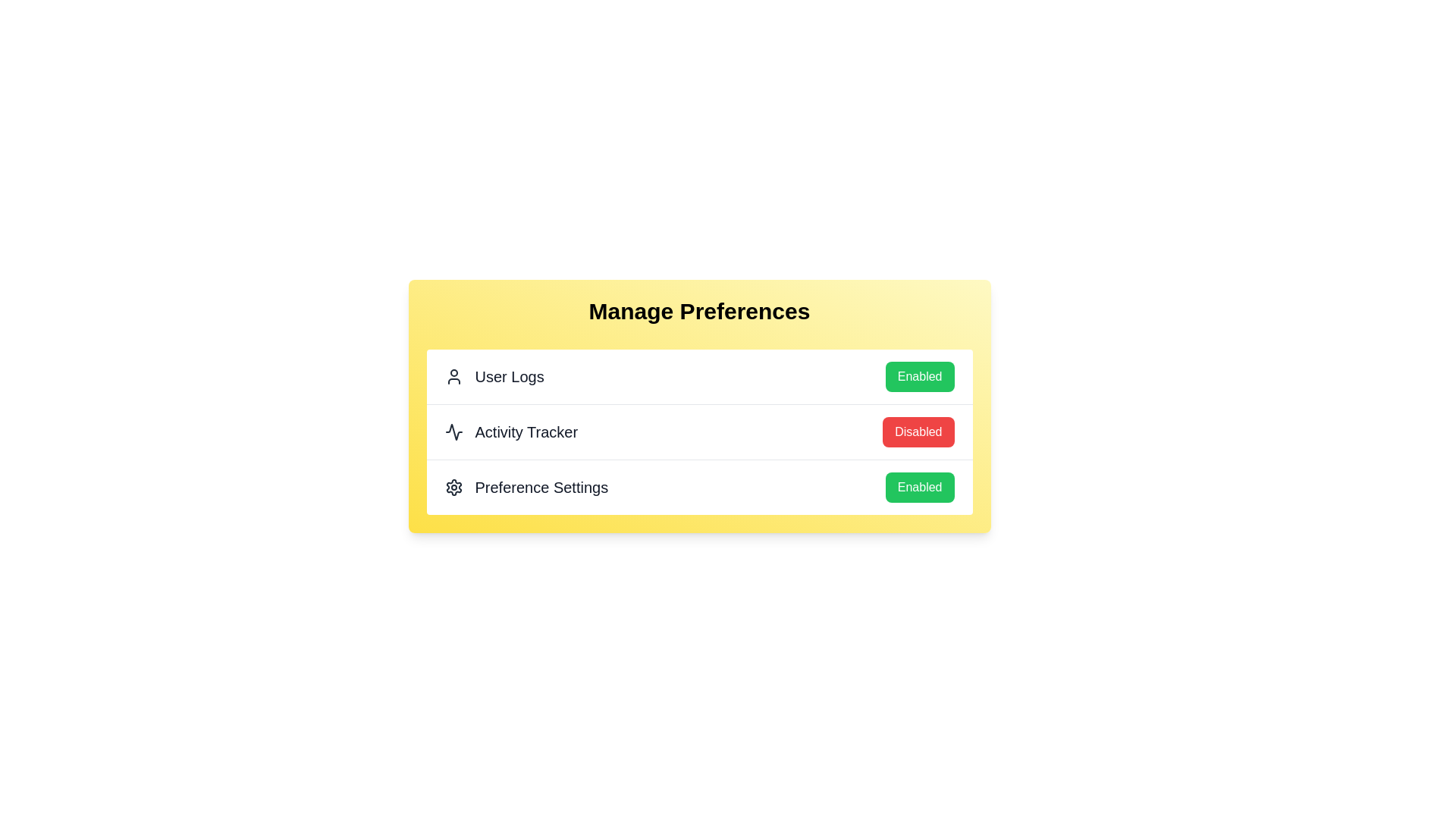 The height and width of the screenshot is (819, 1456). I want to click on the header text 'Manage Preferences', so click(698, 311).